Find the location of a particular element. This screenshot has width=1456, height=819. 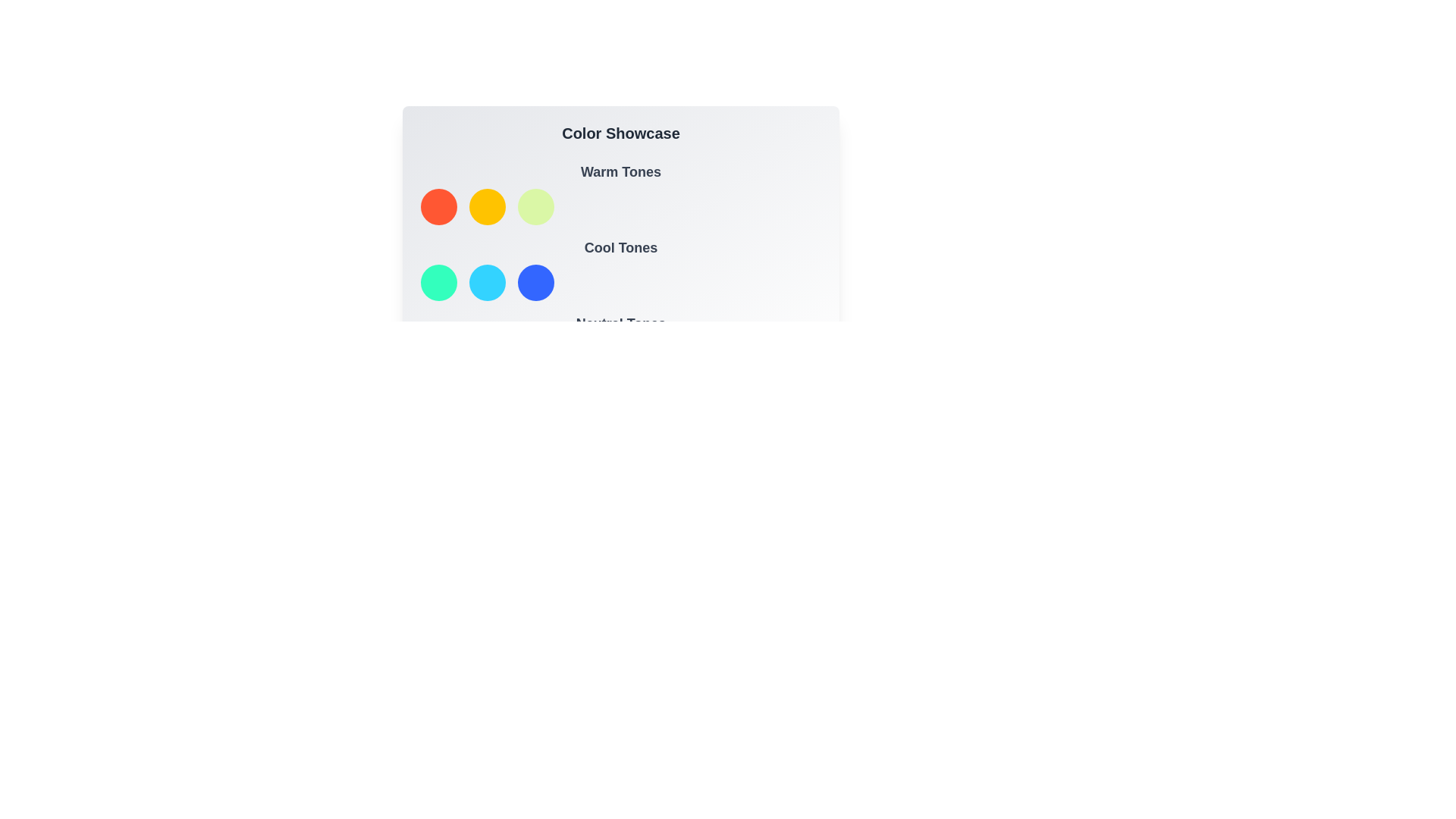

the interactive light gray circular button located beneath the 'Neutral Tones' section in the color showcase interface is located at coordinates (438, 359).